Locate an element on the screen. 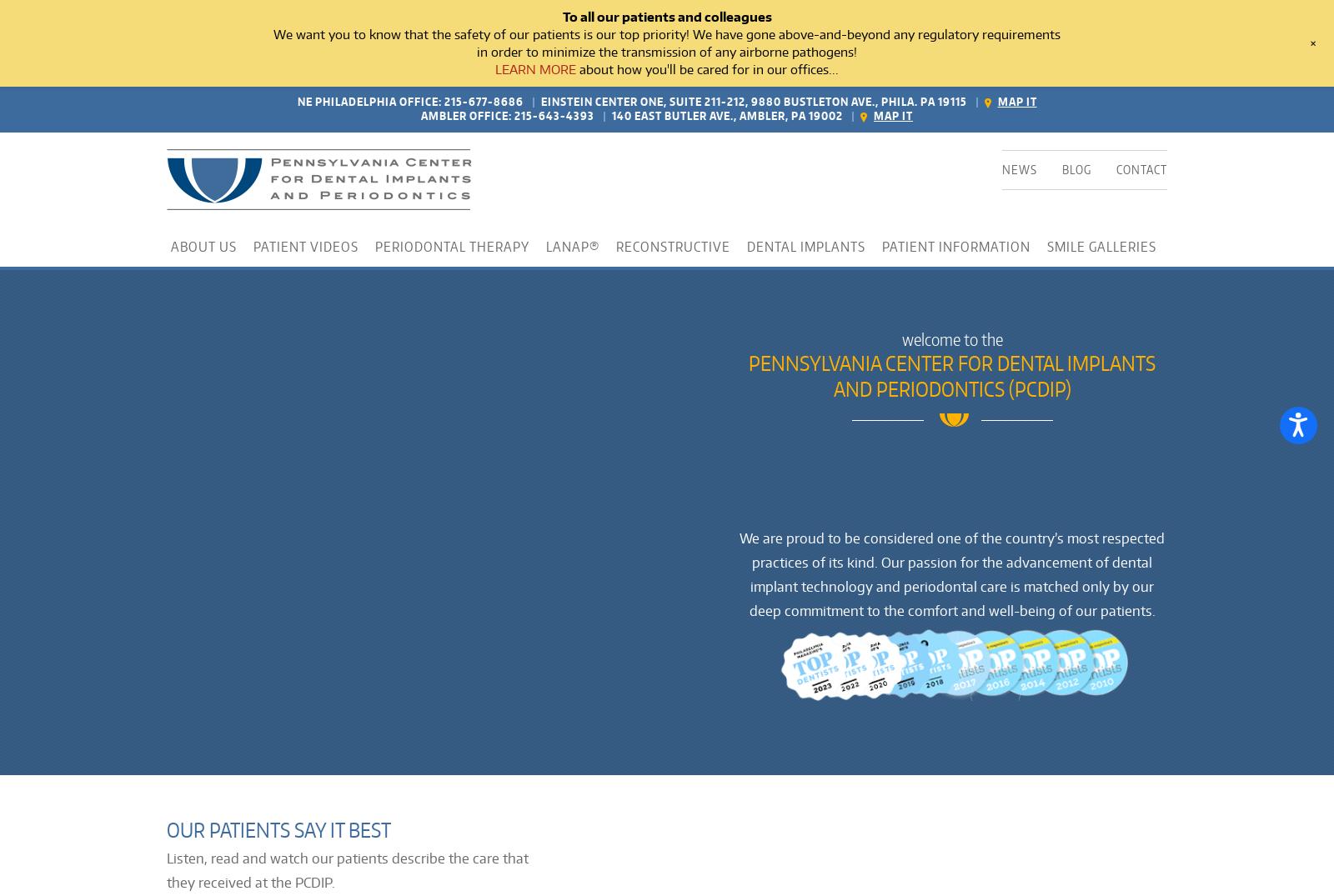 The height and width of the screenshot is (896, 1334). 'We are proud to be considered one of the country’s most respected practices of its kind. Our passion for the advancement of dental implant technology and periodontal care is matched only by our deep commitment to the comfort and well-being of our patients.' is located at coordinates (951, 573).